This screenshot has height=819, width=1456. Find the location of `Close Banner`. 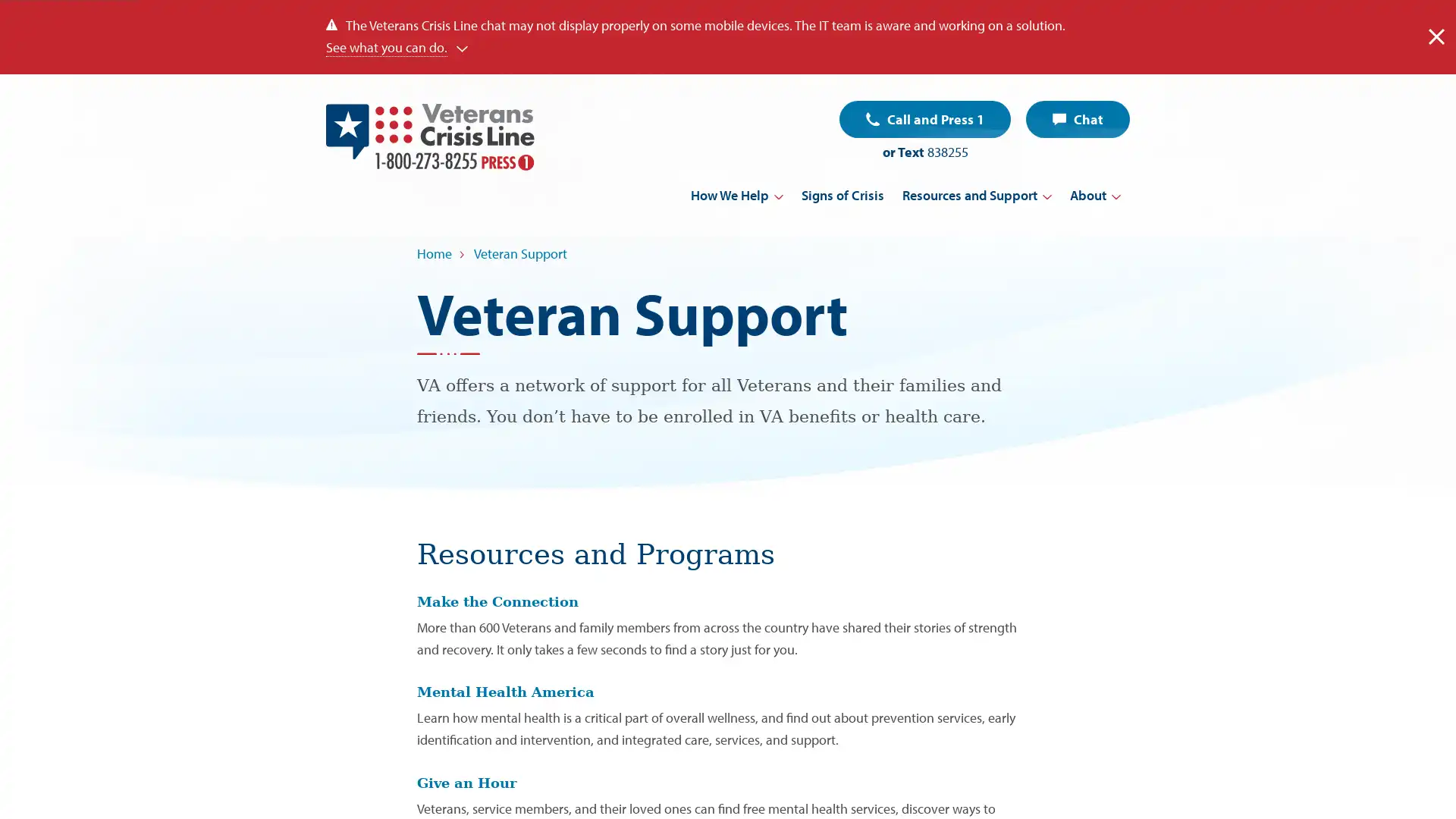

Close Banner is located at coordinates (1436, 36).